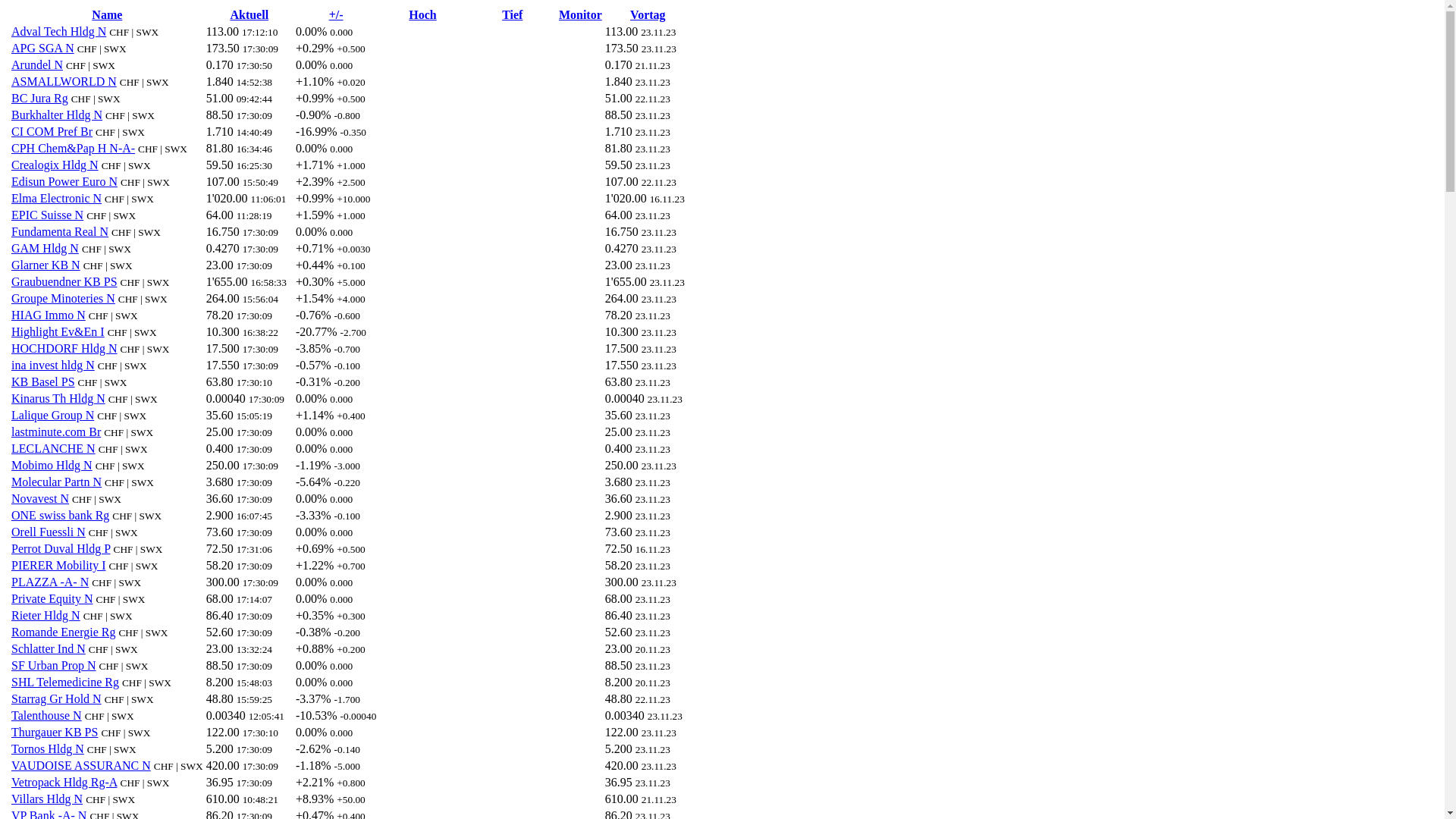 The height and width of the screenshot is (819, 1456). What do you see at coordinates (56, 698) in the screenshot?
I see `'Starrag Gr Hold N'` at bounding box center [56, 698].